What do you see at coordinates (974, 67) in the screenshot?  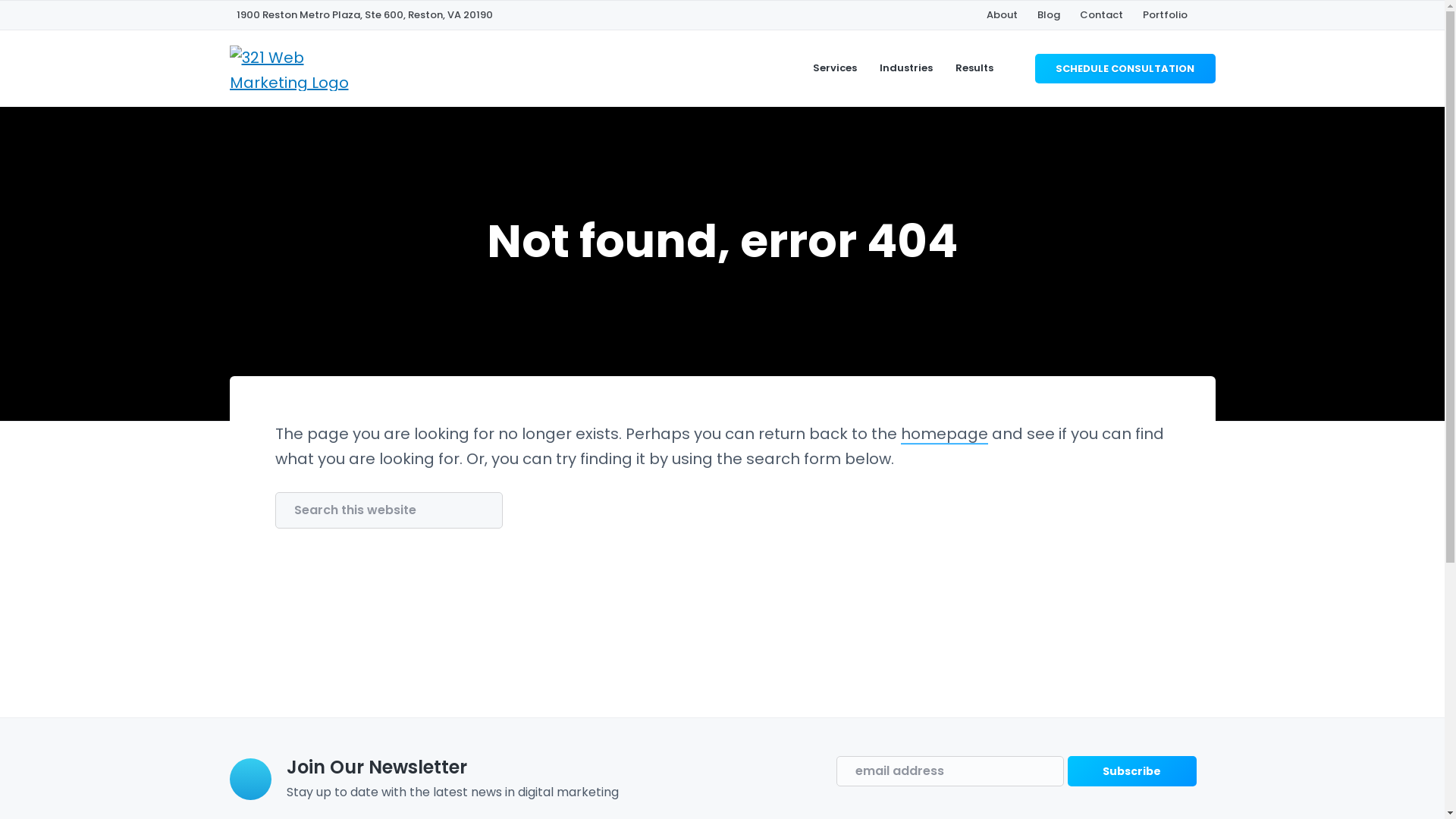 I see `'Results'` at bounding box center [974, 67].